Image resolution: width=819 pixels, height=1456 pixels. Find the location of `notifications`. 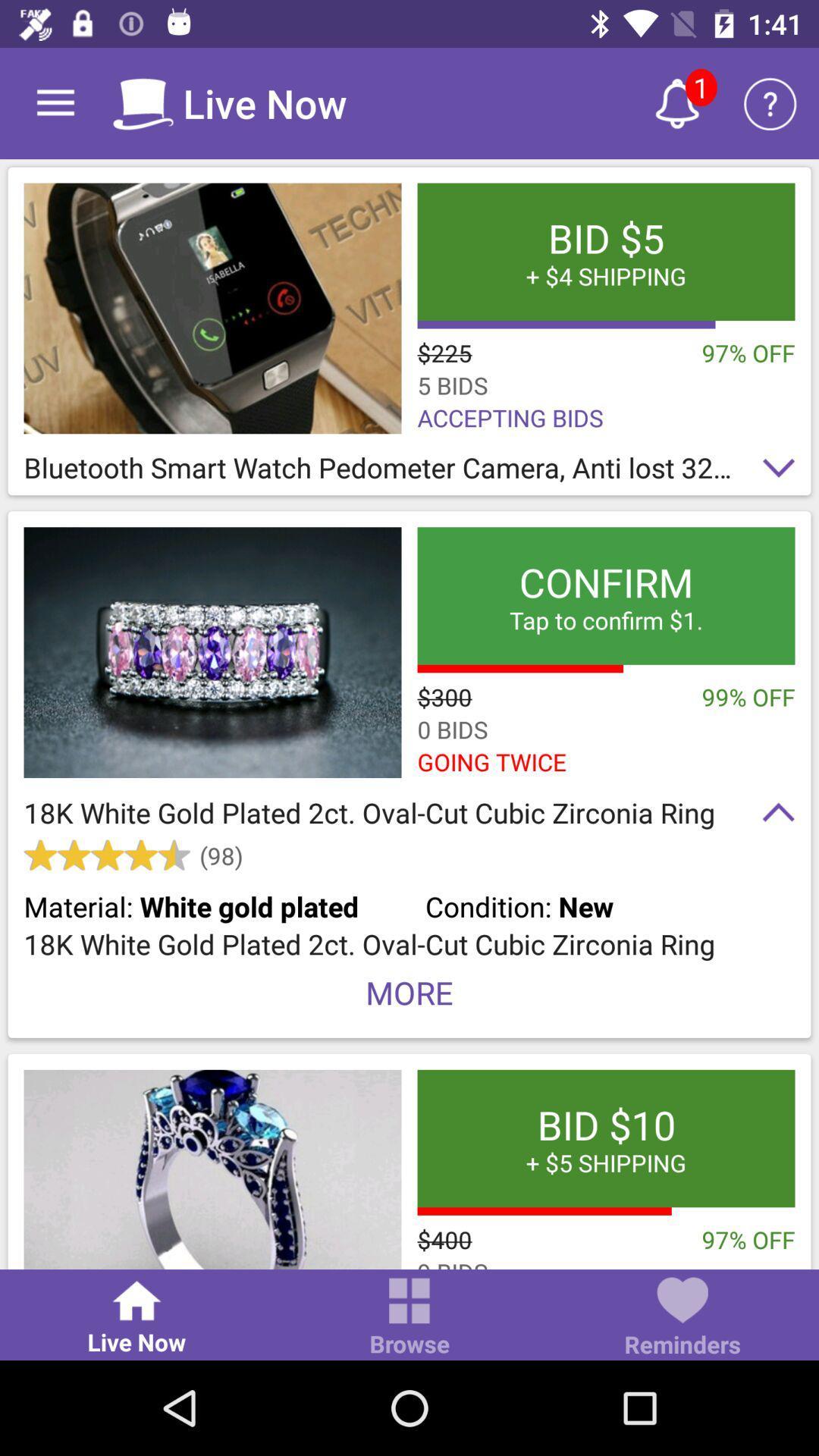

notifications is located at coordinates (676, 102).